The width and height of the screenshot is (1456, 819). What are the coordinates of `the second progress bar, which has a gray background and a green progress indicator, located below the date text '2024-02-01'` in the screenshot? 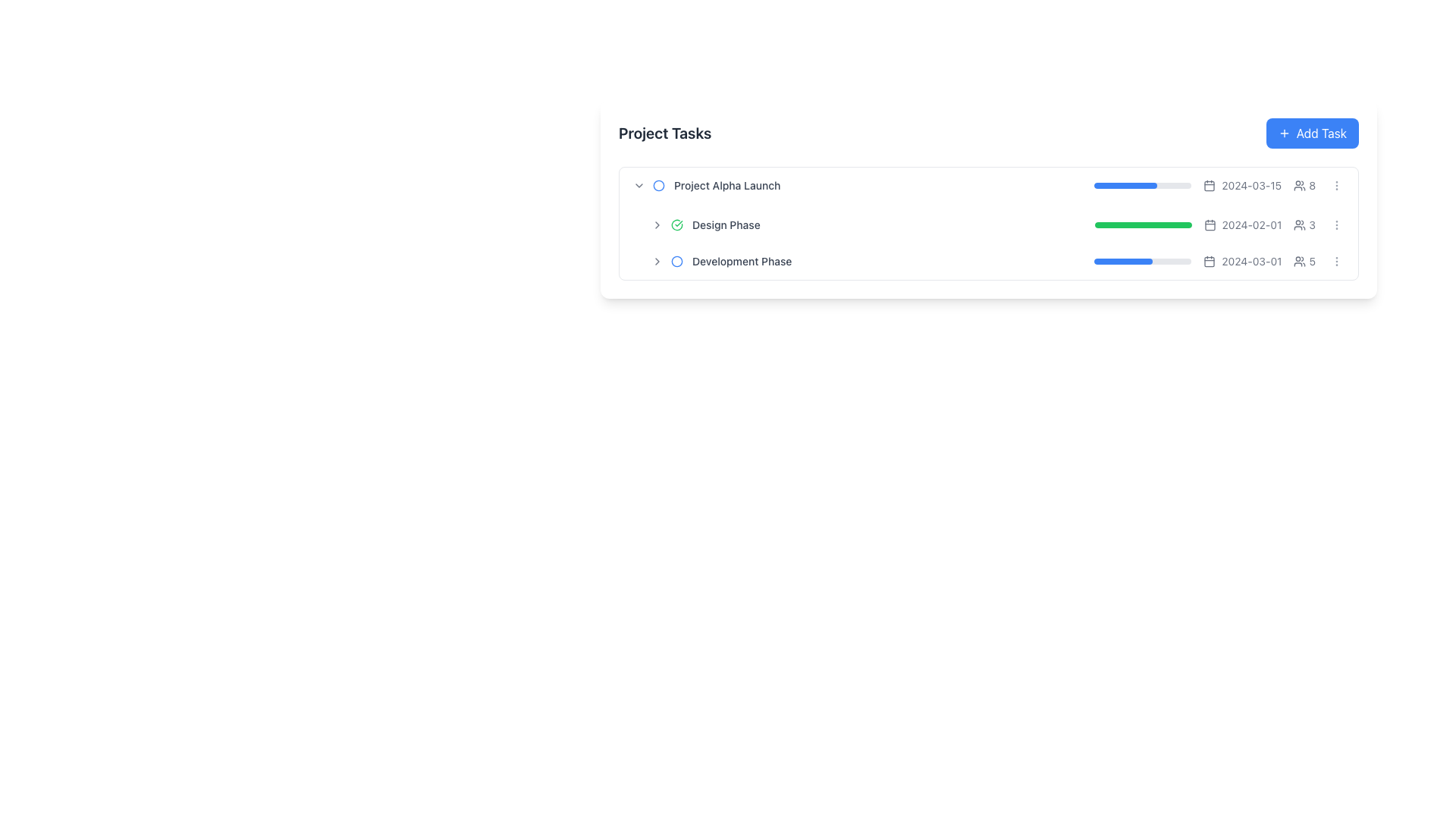 It's located at (1143, 225).